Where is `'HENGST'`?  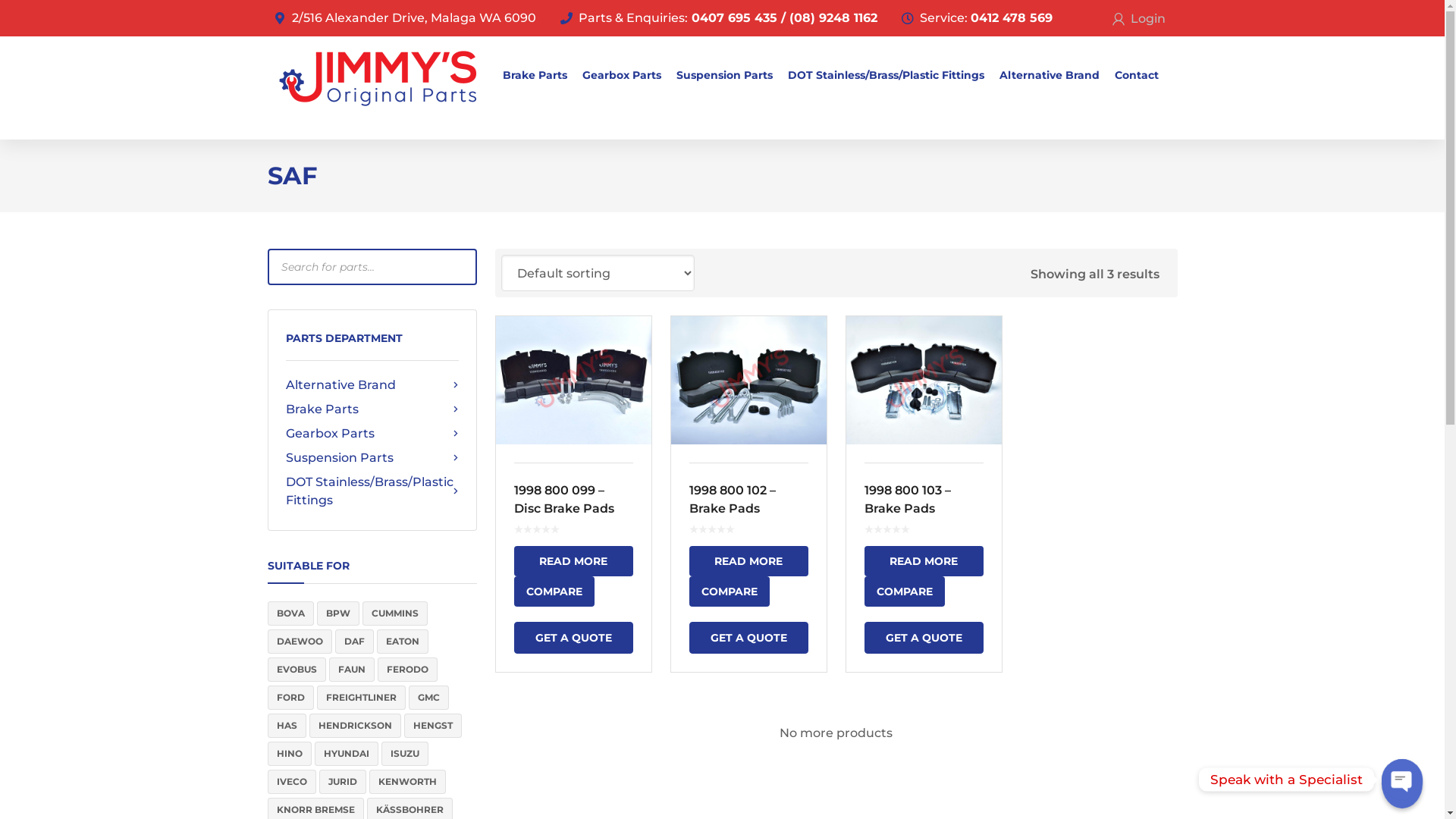 'HENGST' is located at coordinates (431, 724).